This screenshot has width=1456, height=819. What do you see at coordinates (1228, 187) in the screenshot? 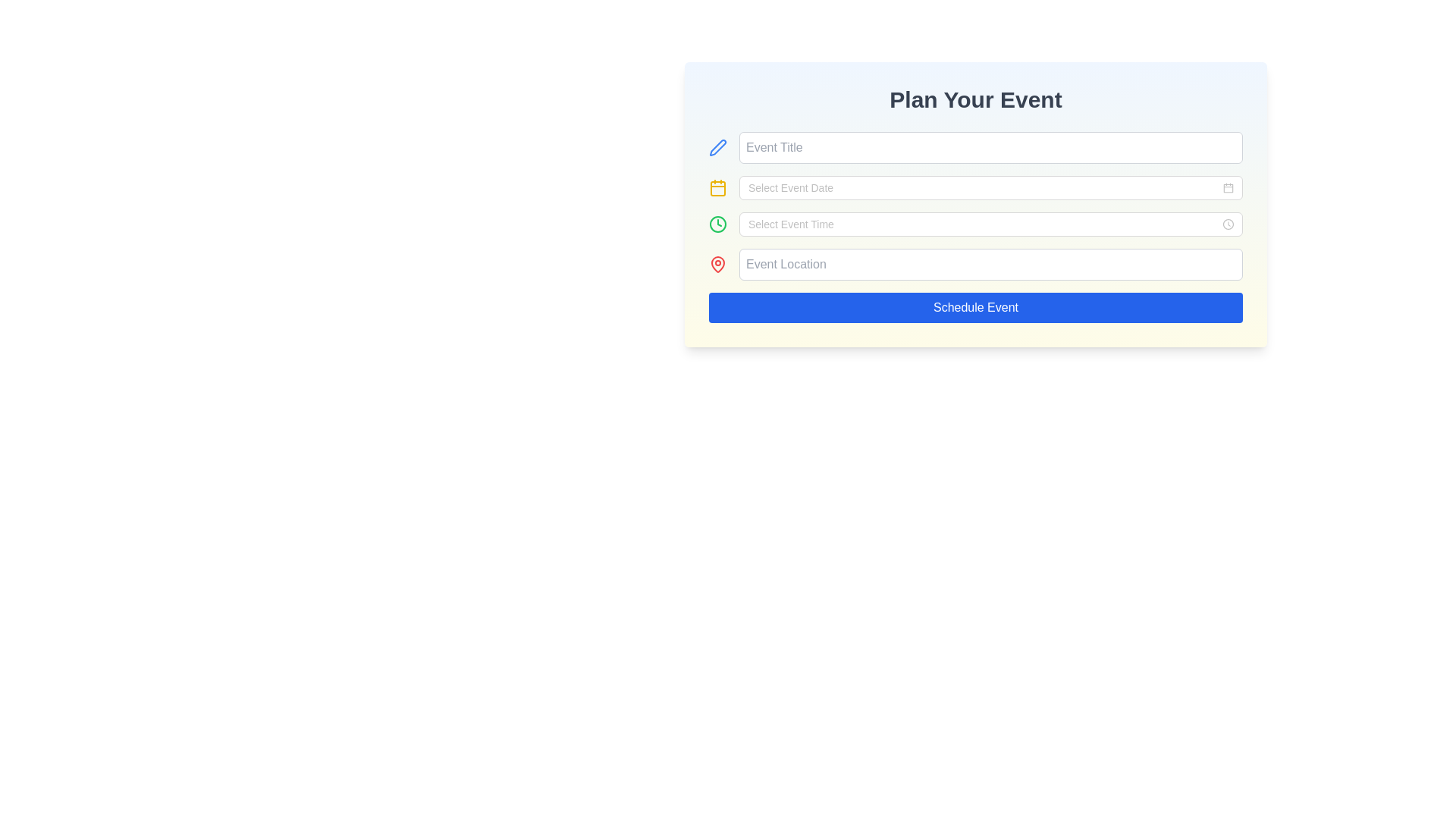
I see `the icon button located next to the input area of 'Select Event Date'` at bounding box center [1228, 187].